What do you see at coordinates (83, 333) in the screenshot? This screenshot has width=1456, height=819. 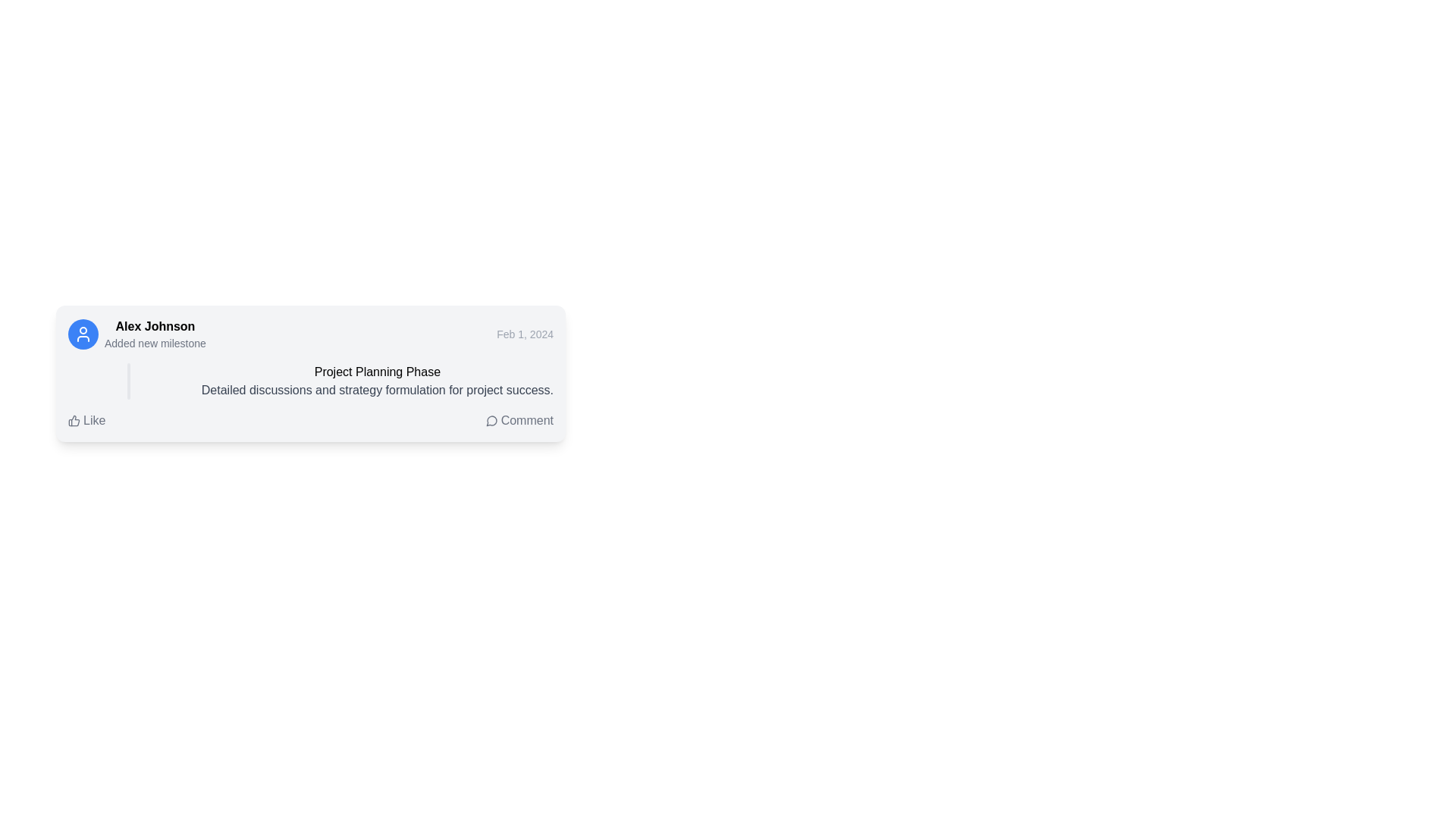 I see `the user icon represented by a circular head and semi-circle body, styled with white strokes on a blue background` at bounding box center [83, 333].